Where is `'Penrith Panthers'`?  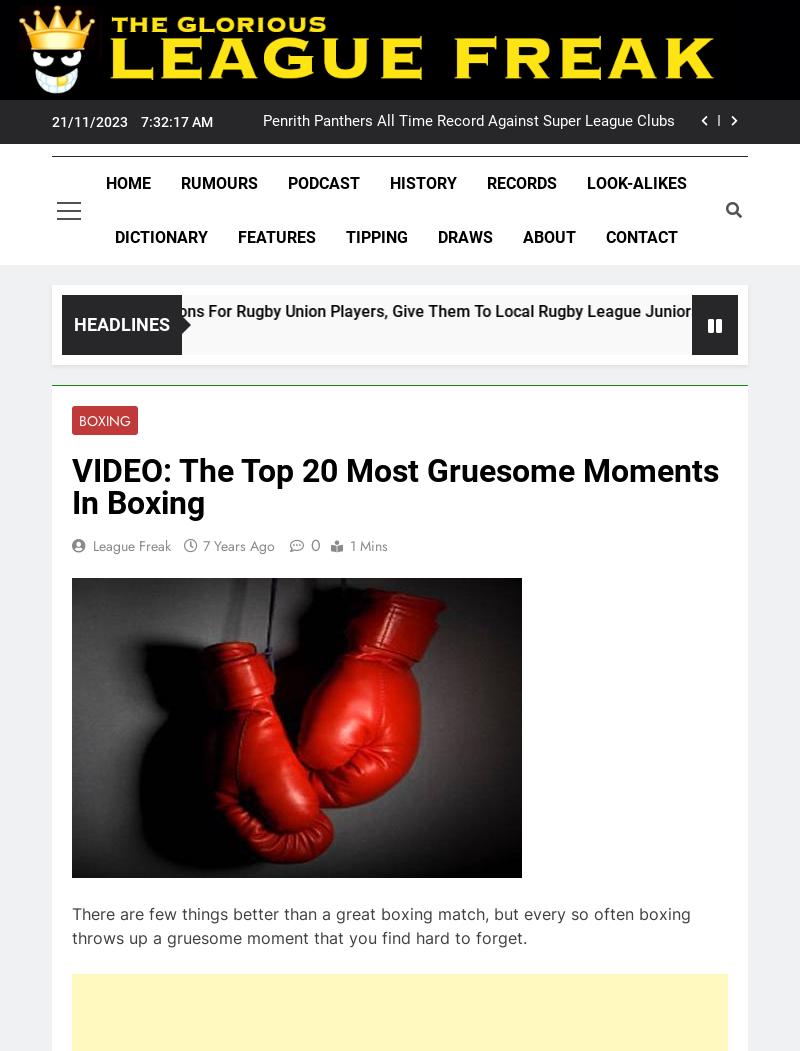 'Penrith Panthers' is located at coordinates (153, 170).